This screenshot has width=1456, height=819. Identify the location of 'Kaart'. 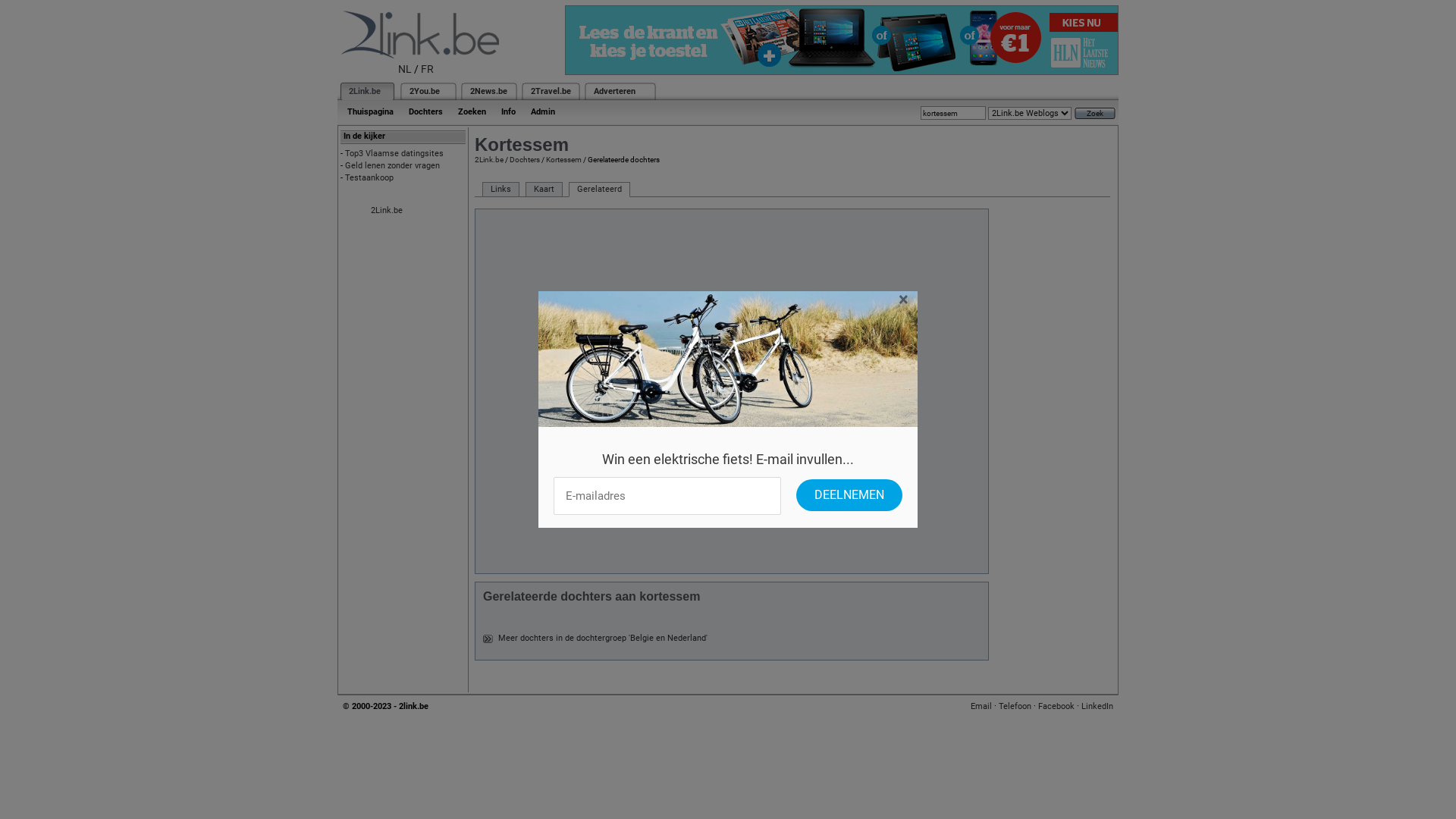
(544, 189).